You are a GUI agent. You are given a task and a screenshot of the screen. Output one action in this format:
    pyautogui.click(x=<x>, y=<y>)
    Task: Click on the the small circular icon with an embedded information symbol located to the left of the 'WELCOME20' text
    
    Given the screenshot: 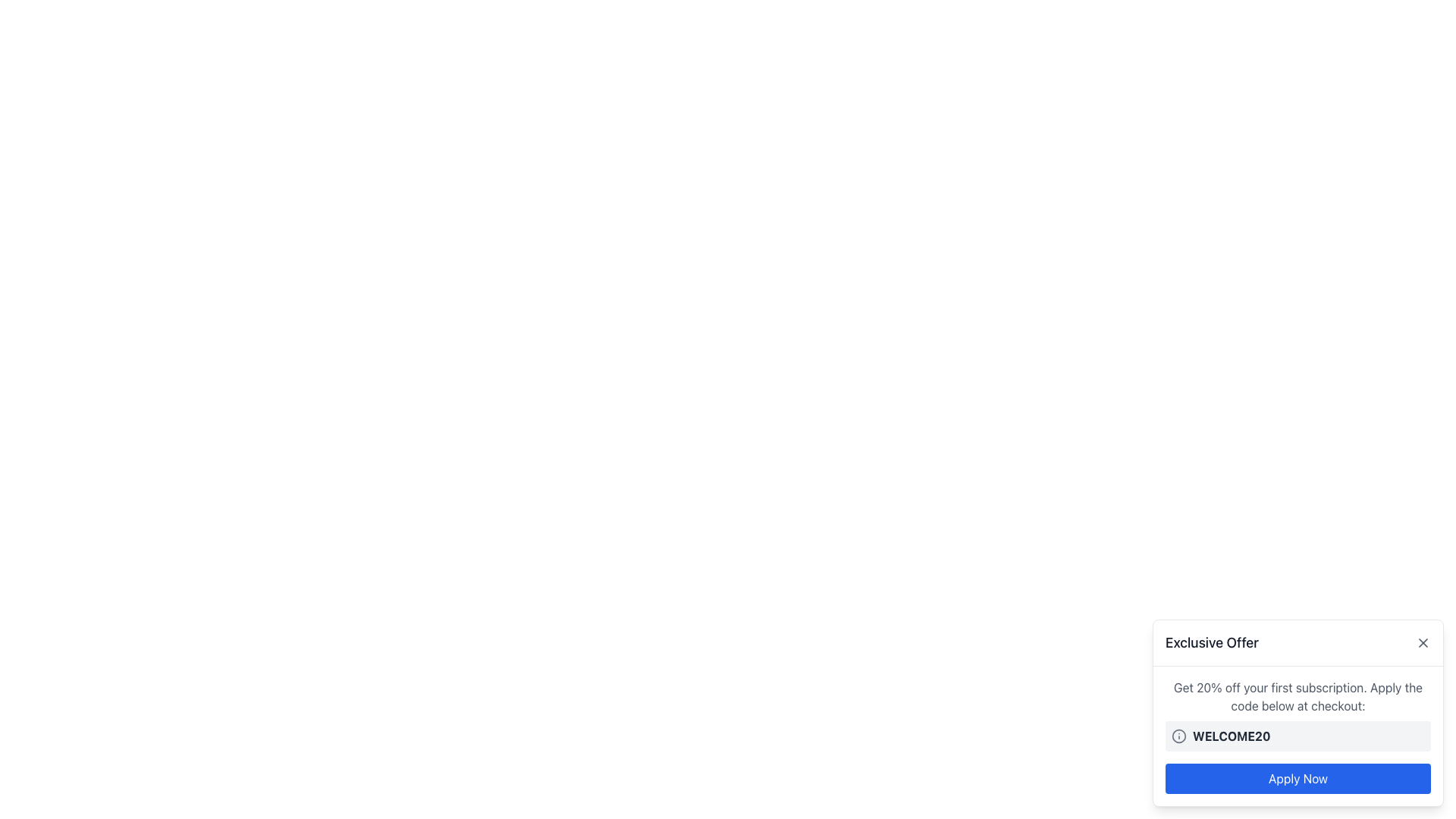 What is the action you would take?
    pyautogui.click(x=1178, y=736)
    